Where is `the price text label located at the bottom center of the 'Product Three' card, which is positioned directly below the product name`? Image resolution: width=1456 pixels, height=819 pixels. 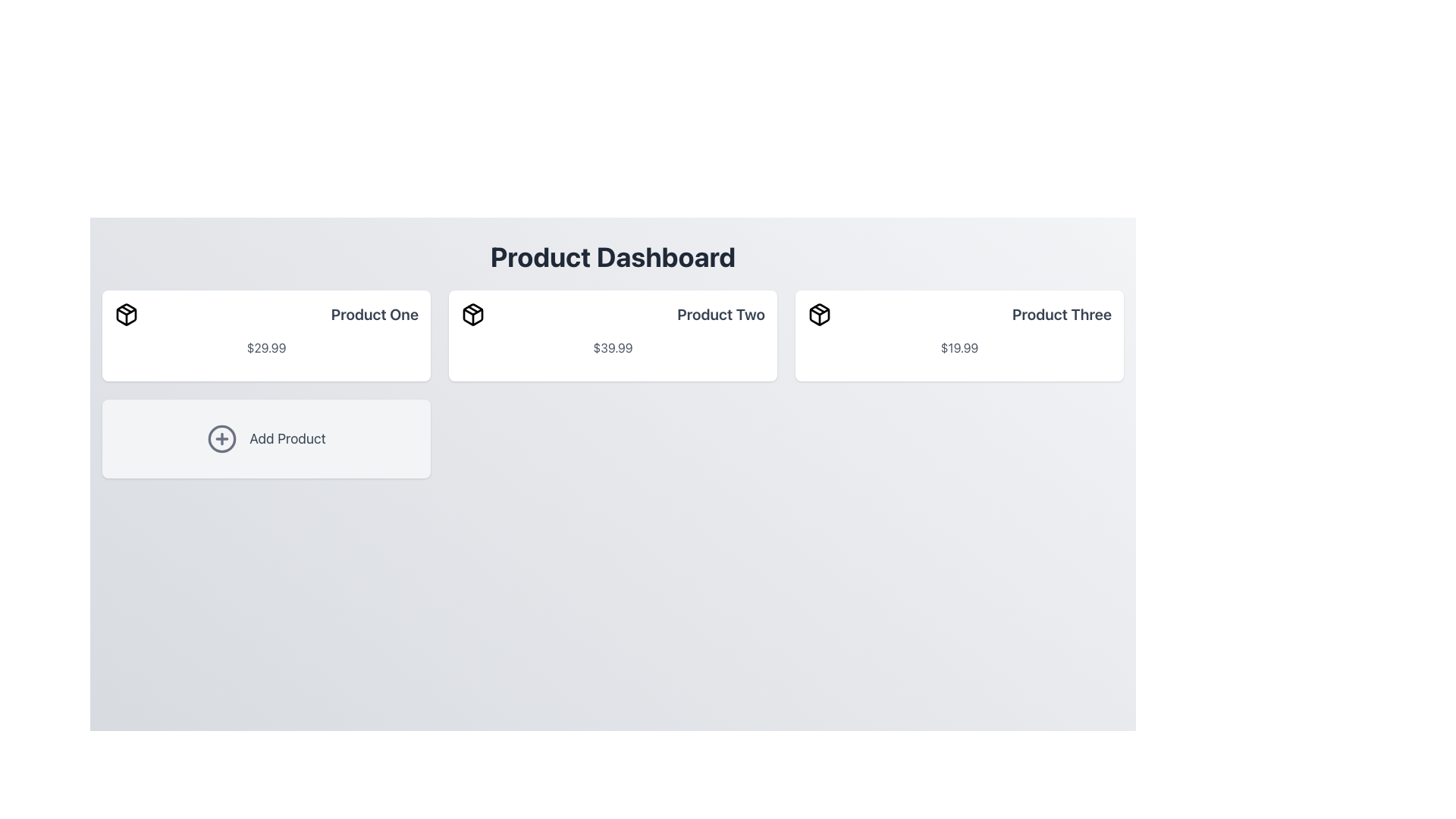 the price text label located at the bottom center of the 'Product Three' card, which is positioned directly below the product name is located at coordinates (959, 348).